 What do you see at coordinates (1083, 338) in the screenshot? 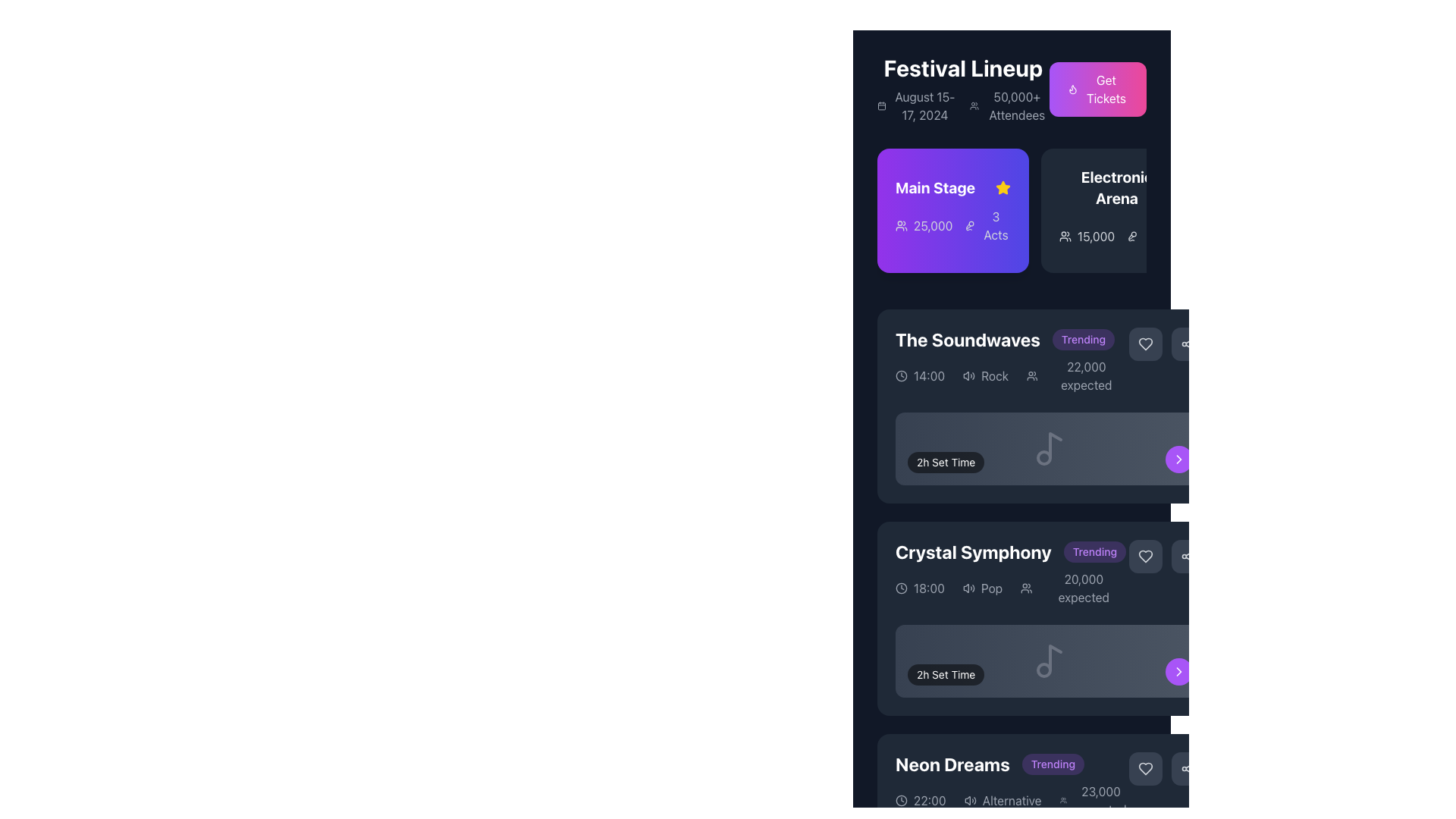
I see `the Badge/Label indicating a status or categorization, located to the right of the text 'The Soundwaves'` at bounding box center [1083, 338].